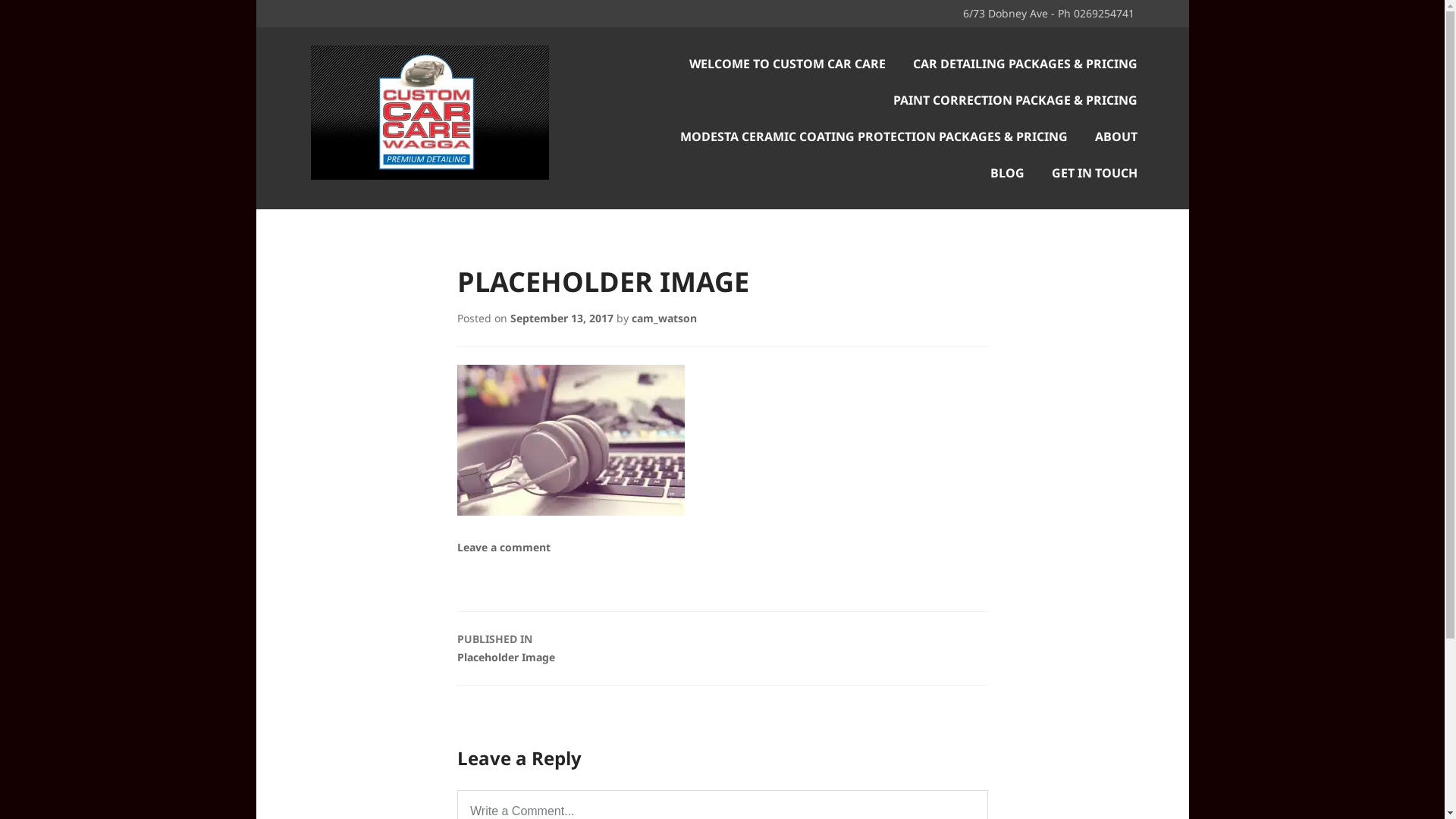  Describe the element at coordinates (687, 63) in the screenshot. I see `'WELCOME TO CUSTOM CAR CARE'` at that location.